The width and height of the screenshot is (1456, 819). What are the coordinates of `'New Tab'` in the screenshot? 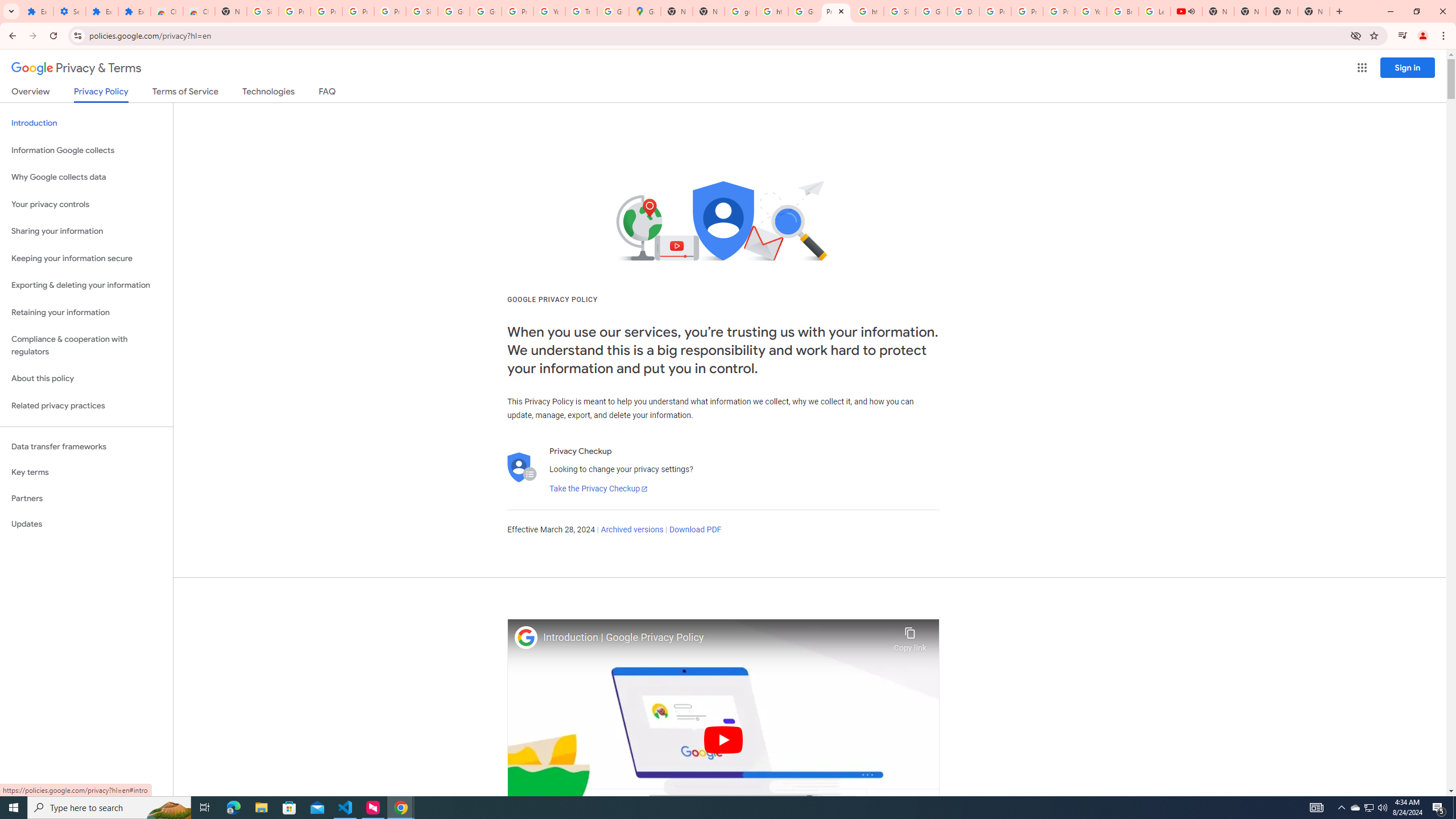 It's located at (1314, 11).